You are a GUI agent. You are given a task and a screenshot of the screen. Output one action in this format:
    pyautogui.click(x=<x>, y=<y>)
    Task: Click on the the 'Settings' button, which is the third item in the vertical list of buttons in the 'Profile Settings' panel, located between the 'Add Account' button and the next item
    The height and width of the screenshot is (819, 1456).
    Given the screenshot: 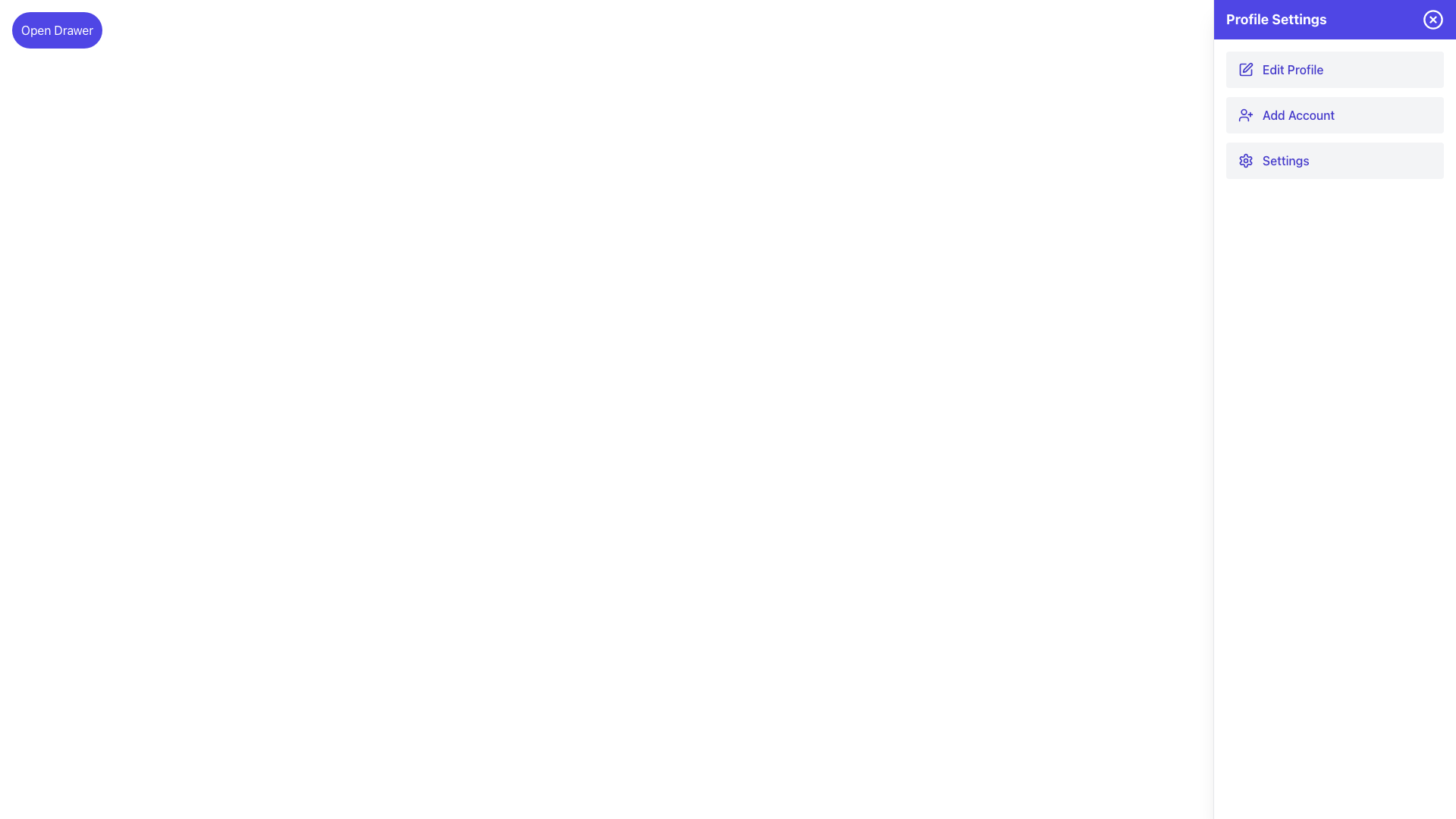 What is the action you would take?
    pyautogui.click(x=1335, y=161)
    